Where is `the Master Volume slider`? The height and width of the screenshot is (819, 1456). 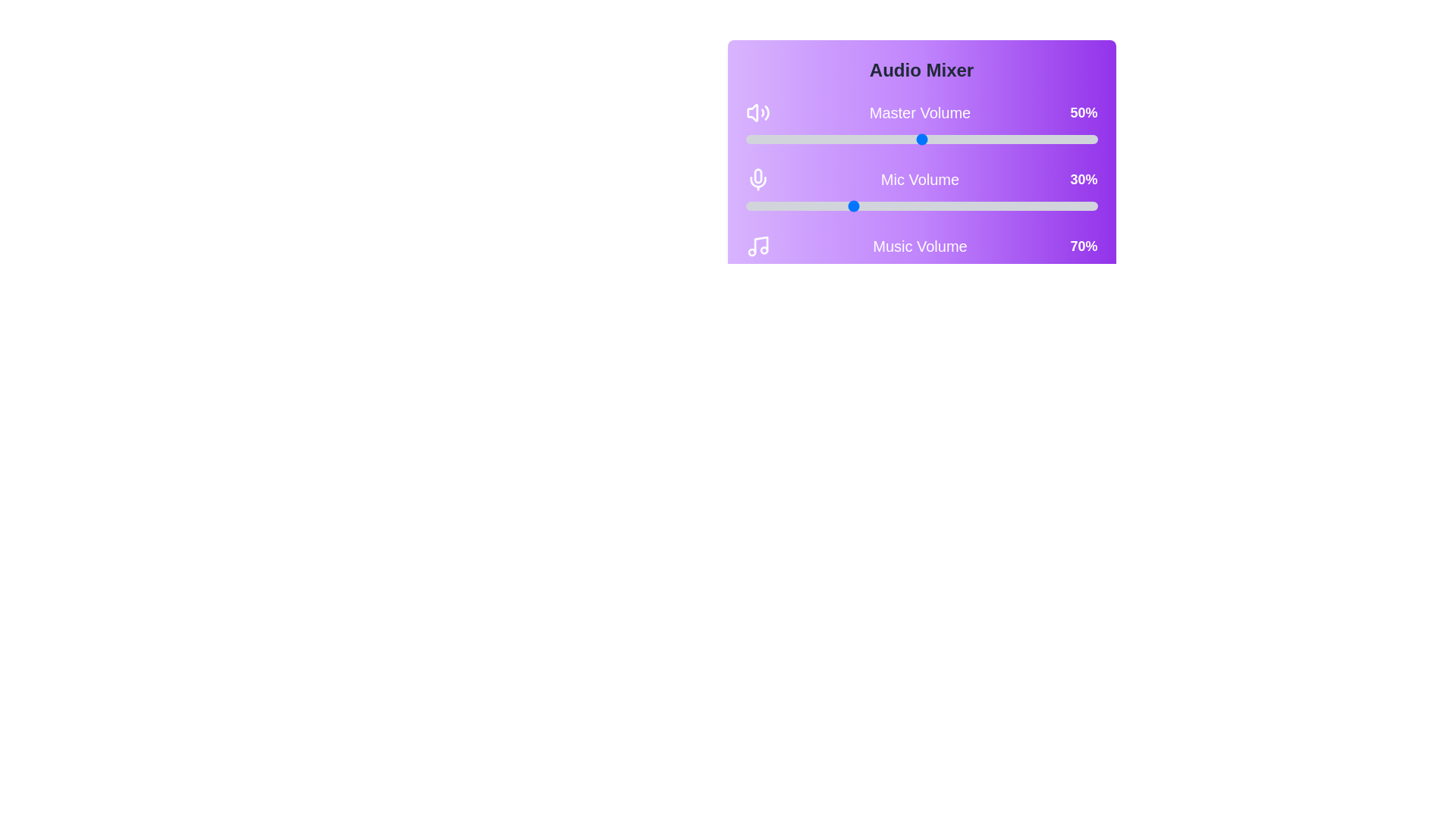
the Master Volume slider is located at coordinates (811, 140).